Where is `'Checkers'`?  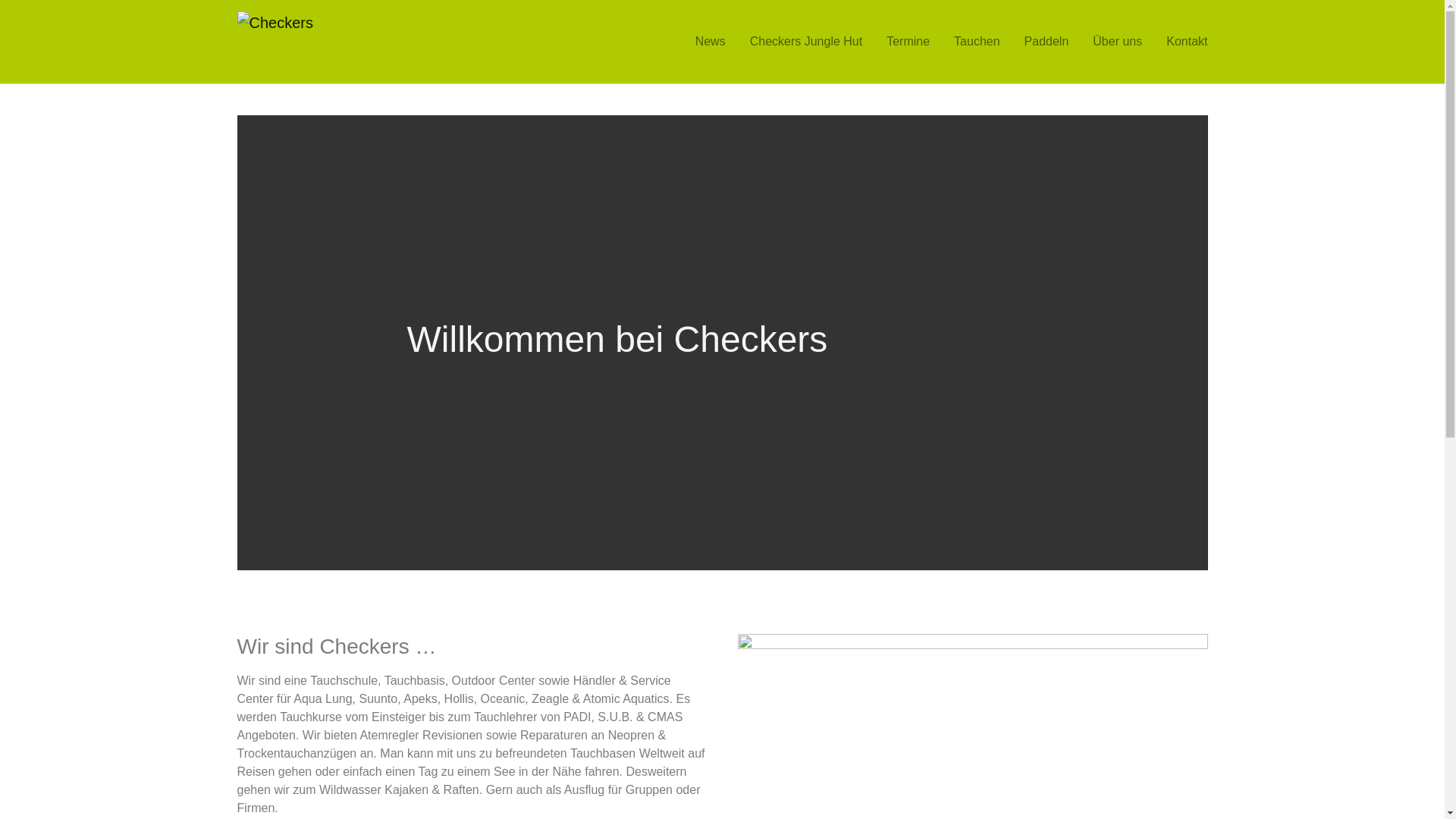
'Checkers' is located at coordinates (236, 40).